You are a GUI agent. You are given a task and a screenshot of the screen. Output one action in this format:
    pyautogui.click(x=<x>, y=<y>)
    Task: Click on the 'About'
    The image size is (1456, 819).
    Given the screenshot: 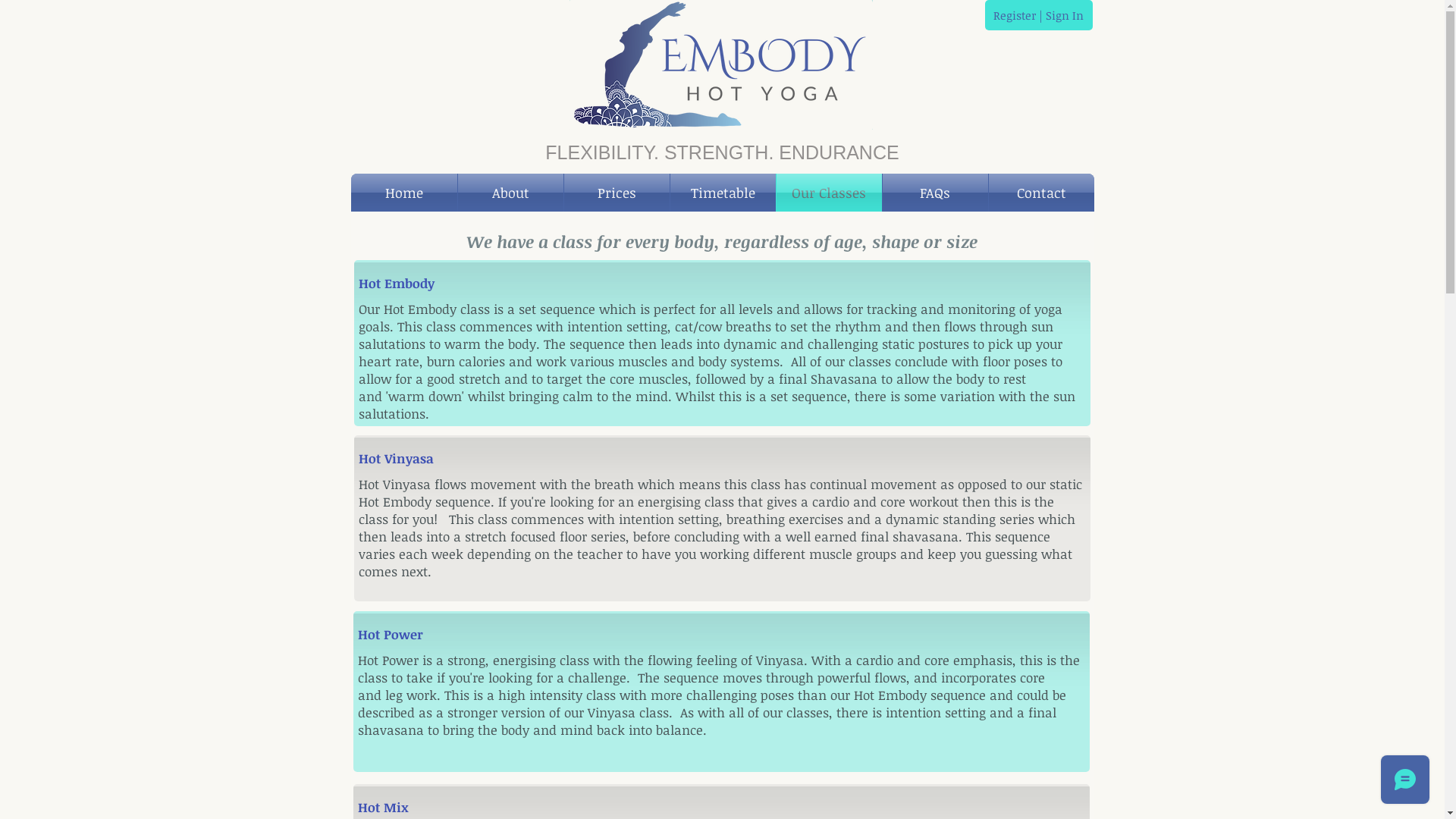 What is the action you would take?
    pyautogui.click(x=457, y=192)
    